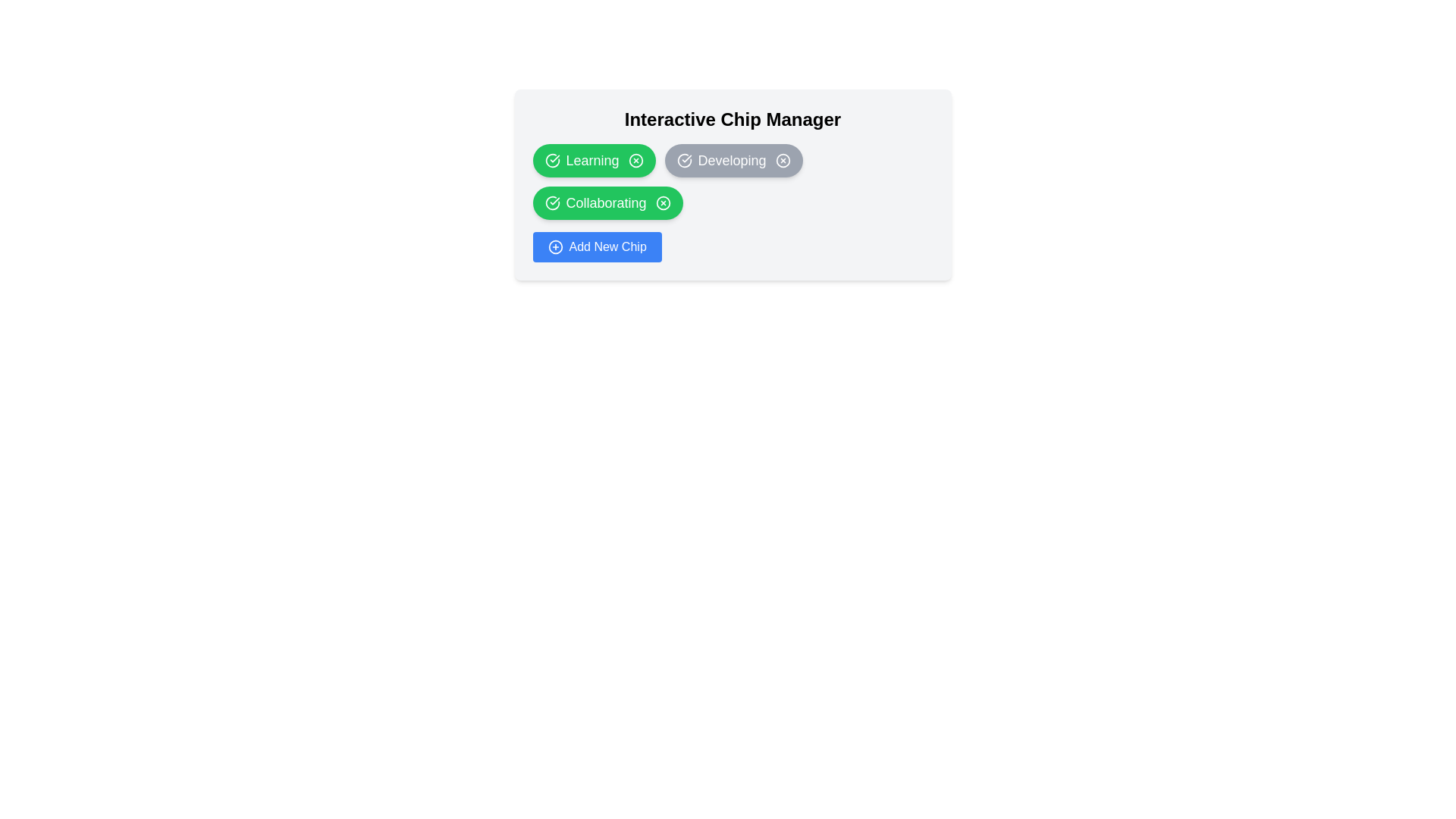  Describe the element at coordinates (551, 202) in the screenshot. I see `the checked icon indicating the confirmed state for the 'Collaborating' chip, which is the first icon in its component` at that location.